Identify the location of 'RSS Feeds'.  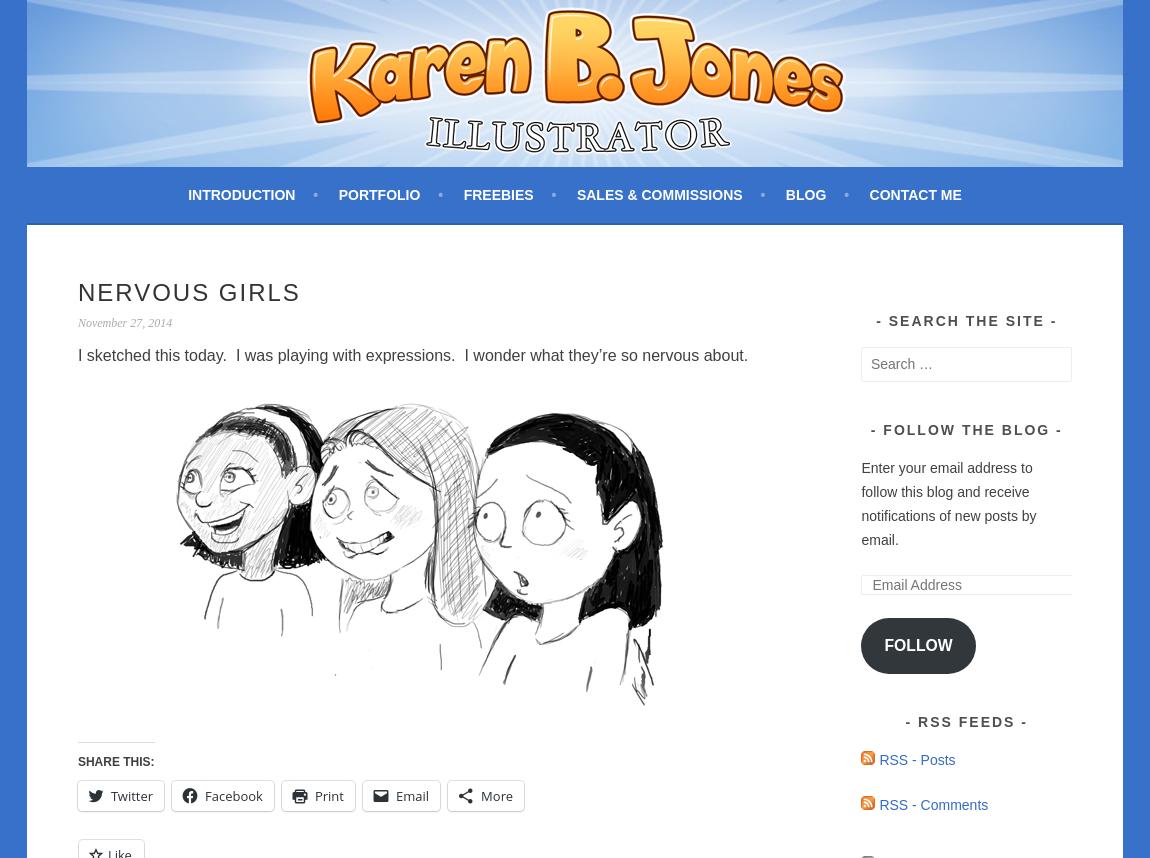
(966, 722).